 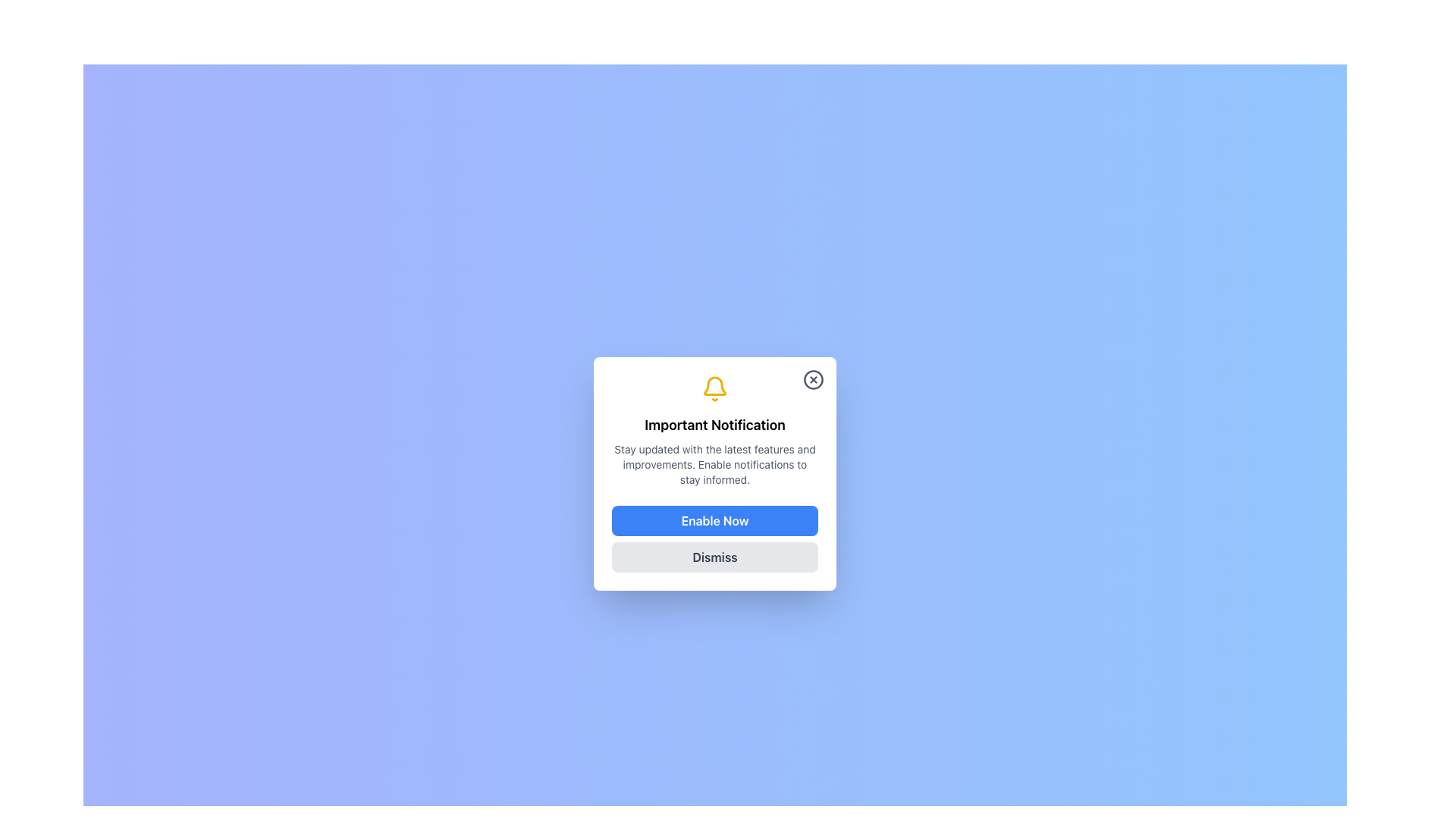 I want to click on the small circular icon button with a cross mark in the center, located at the top-right corner of the notification dialog, so click(x=813, y=379).